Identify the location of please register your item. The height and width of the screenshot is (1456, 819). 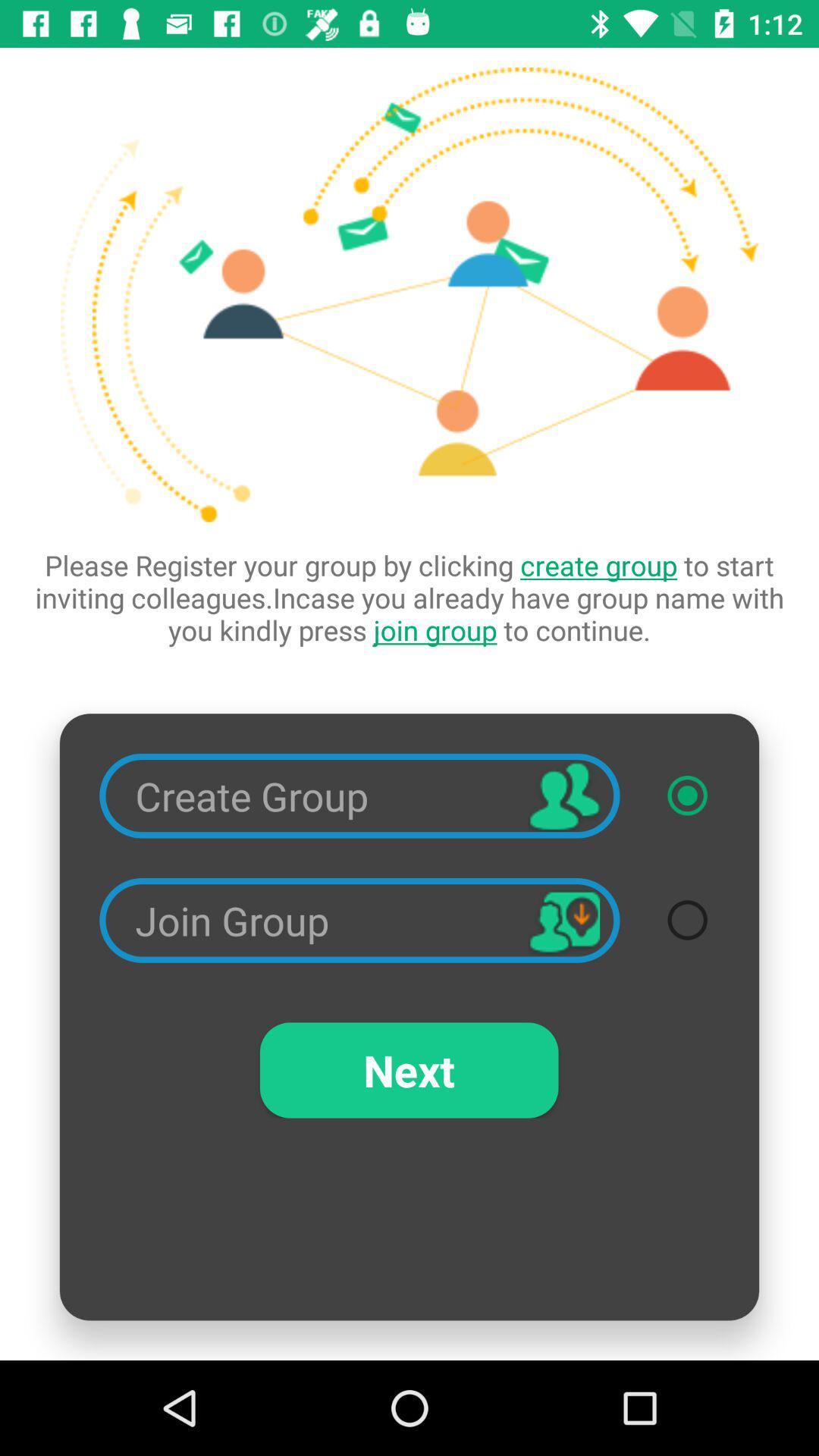
(409, 597).